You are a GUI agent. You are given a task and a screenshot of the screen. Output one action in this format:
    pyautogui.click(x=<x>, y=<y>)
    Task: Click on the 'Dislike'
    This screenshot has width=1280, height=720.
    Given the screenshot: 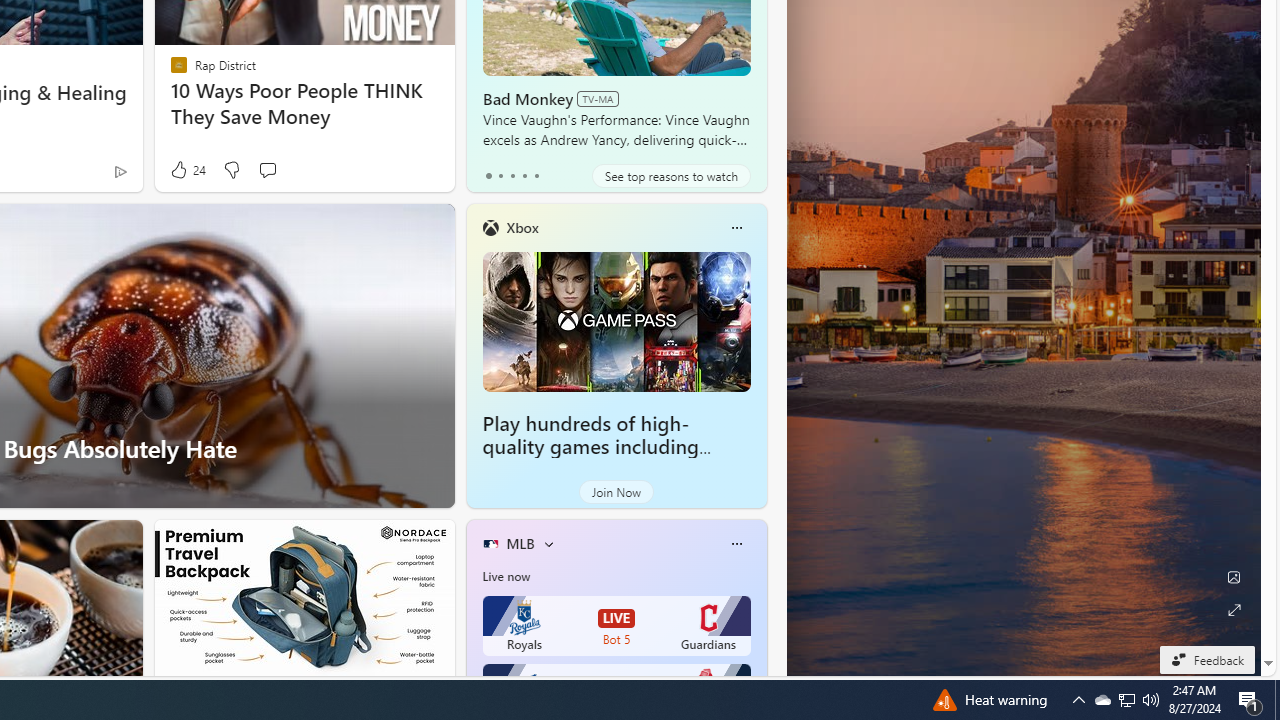 What is the action you would take?
    pyautogui.click(x=231, y=169)
    